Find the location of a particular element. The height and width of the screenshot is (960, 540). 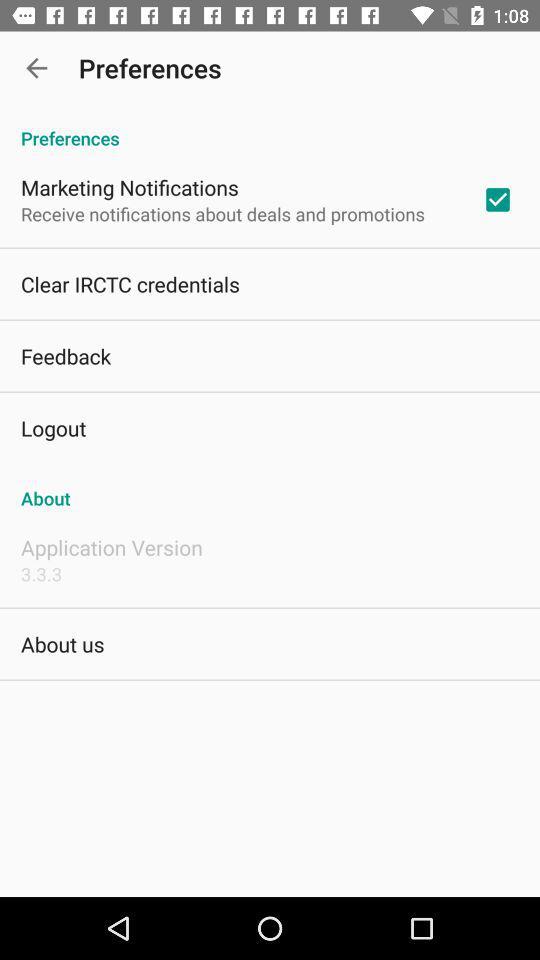

app above the about is located at coordinates (496, 199).